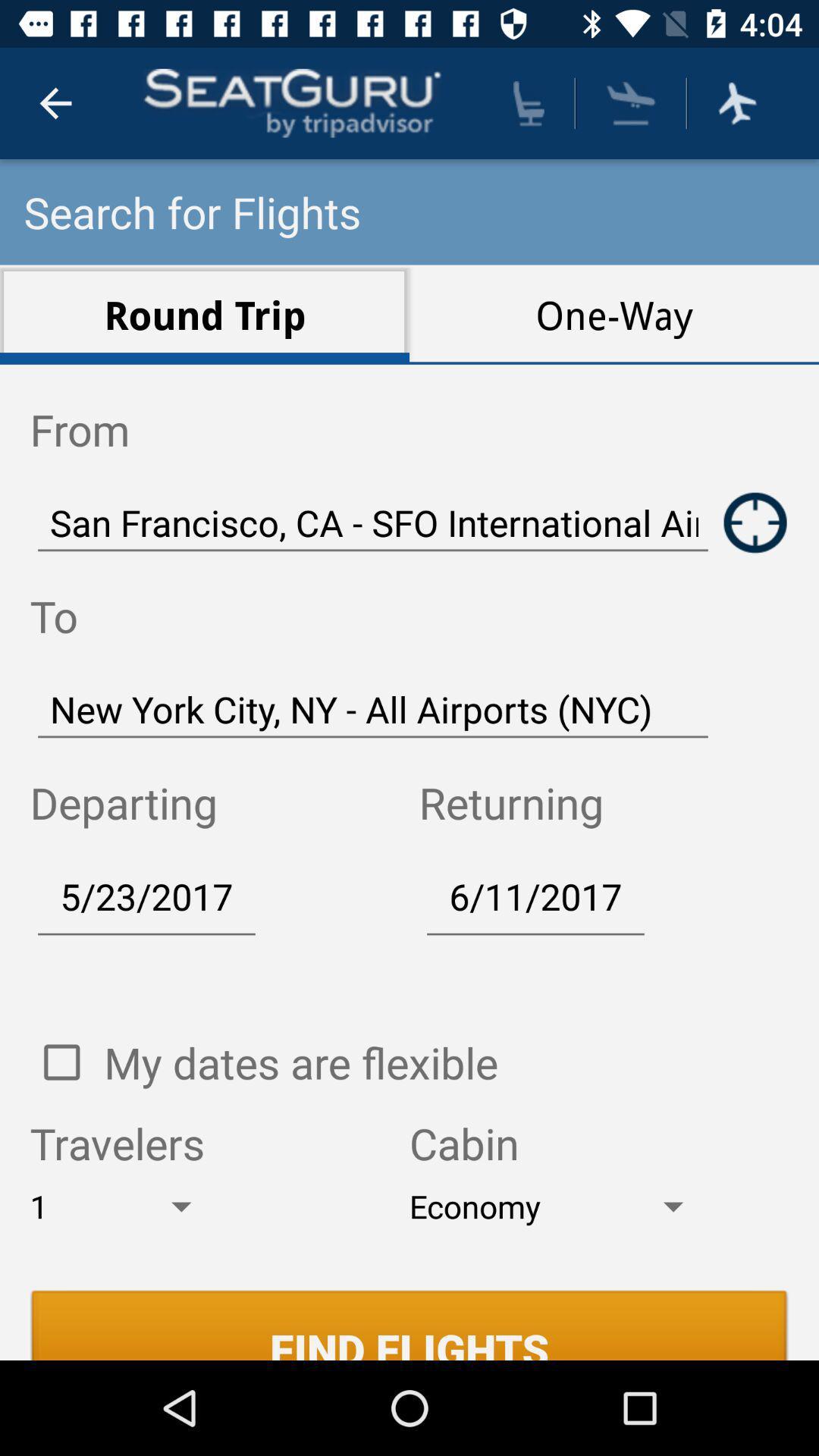  Describe the element at coordinates (631, 102) in the screenshot. I see `the icon above one-way` at that location.